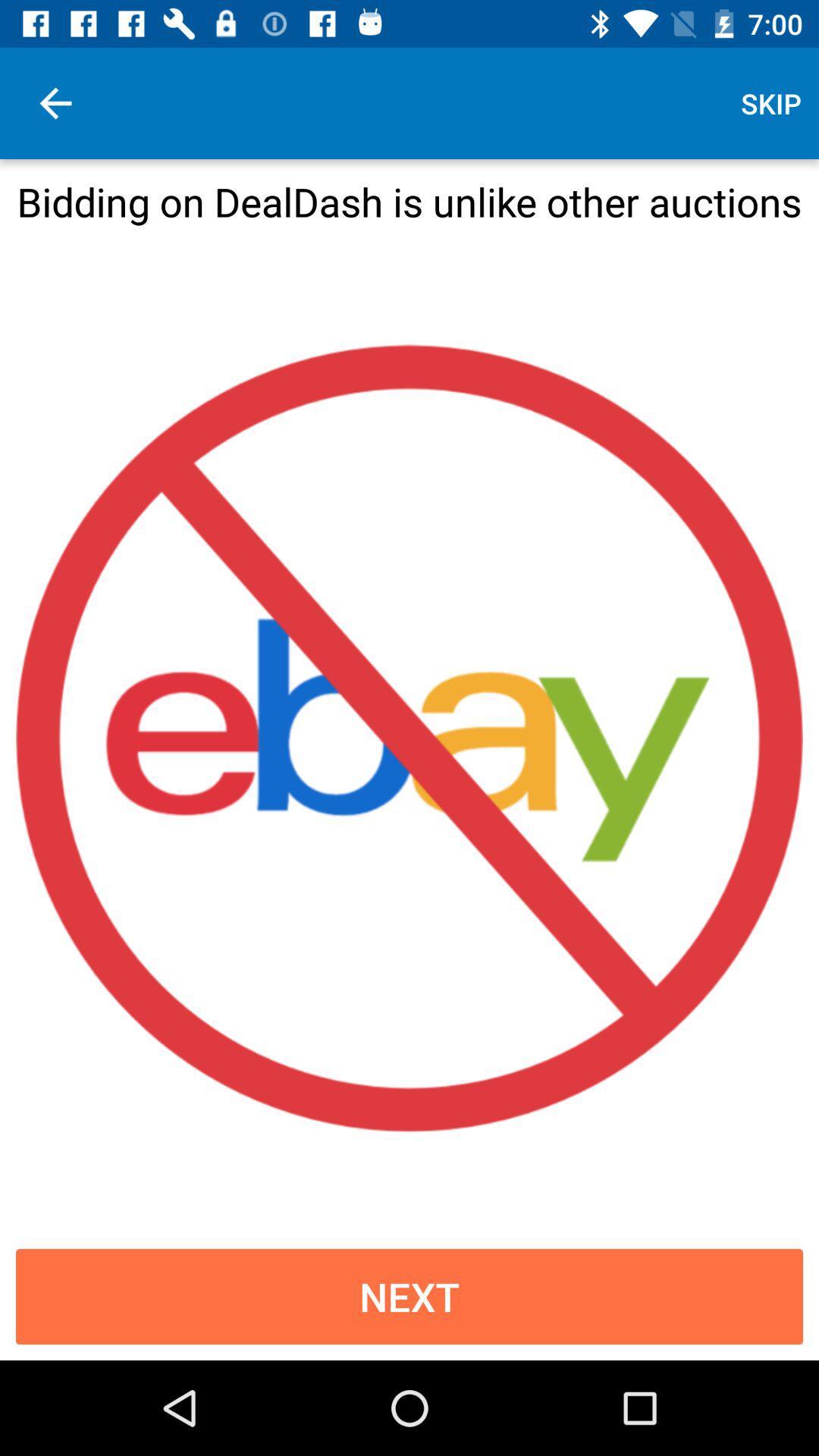  Describe the element at coordinates (771, 102) in the screenshot. I see `the skip at the top right corner` at that location.